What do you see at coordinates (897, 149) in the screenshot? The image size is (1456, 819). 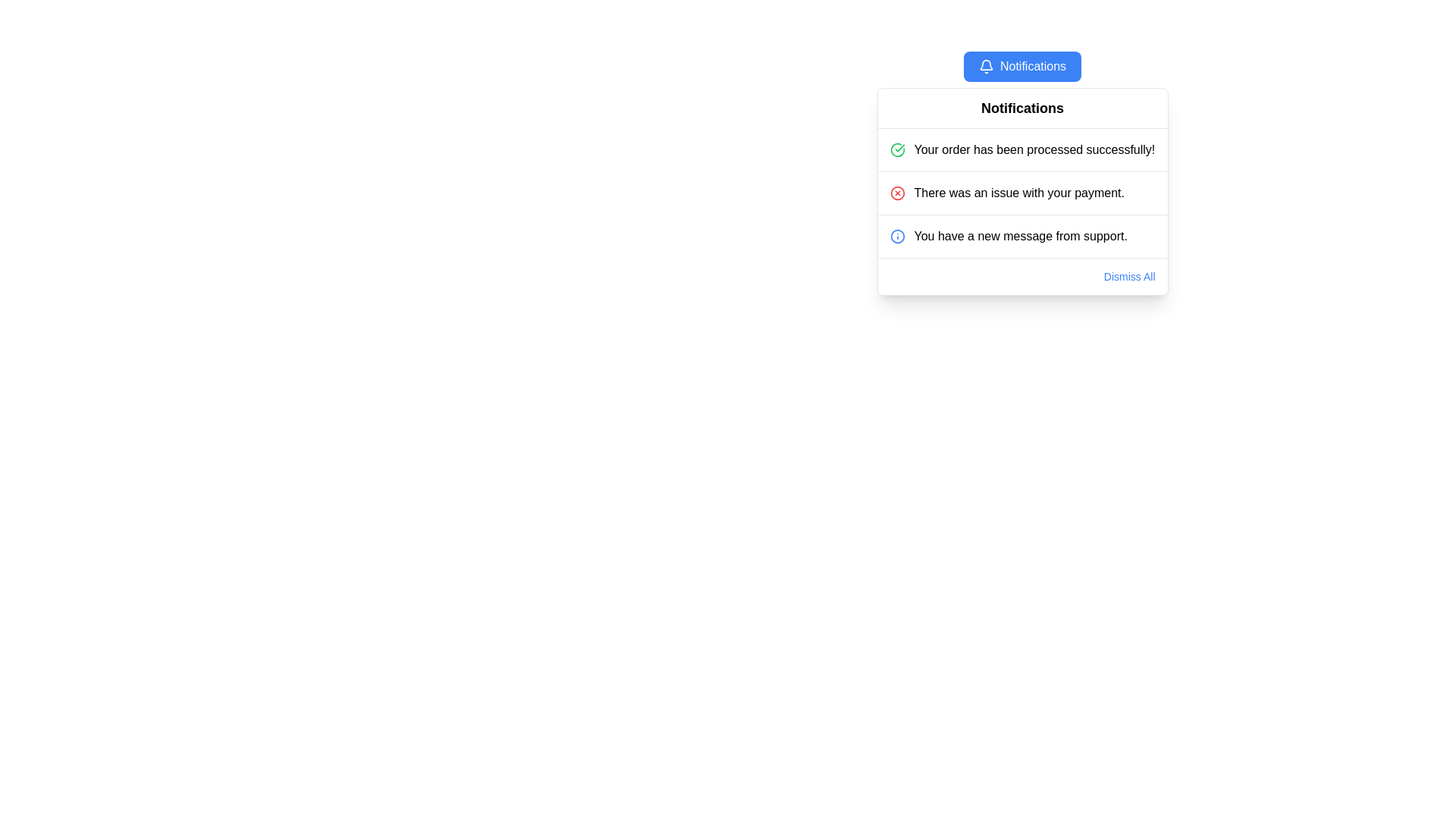 I see `the circular success notification icon with a green checkmark, located to the left of the message 'Your order has been processed successfully!'` at bounding box center [897, 149].